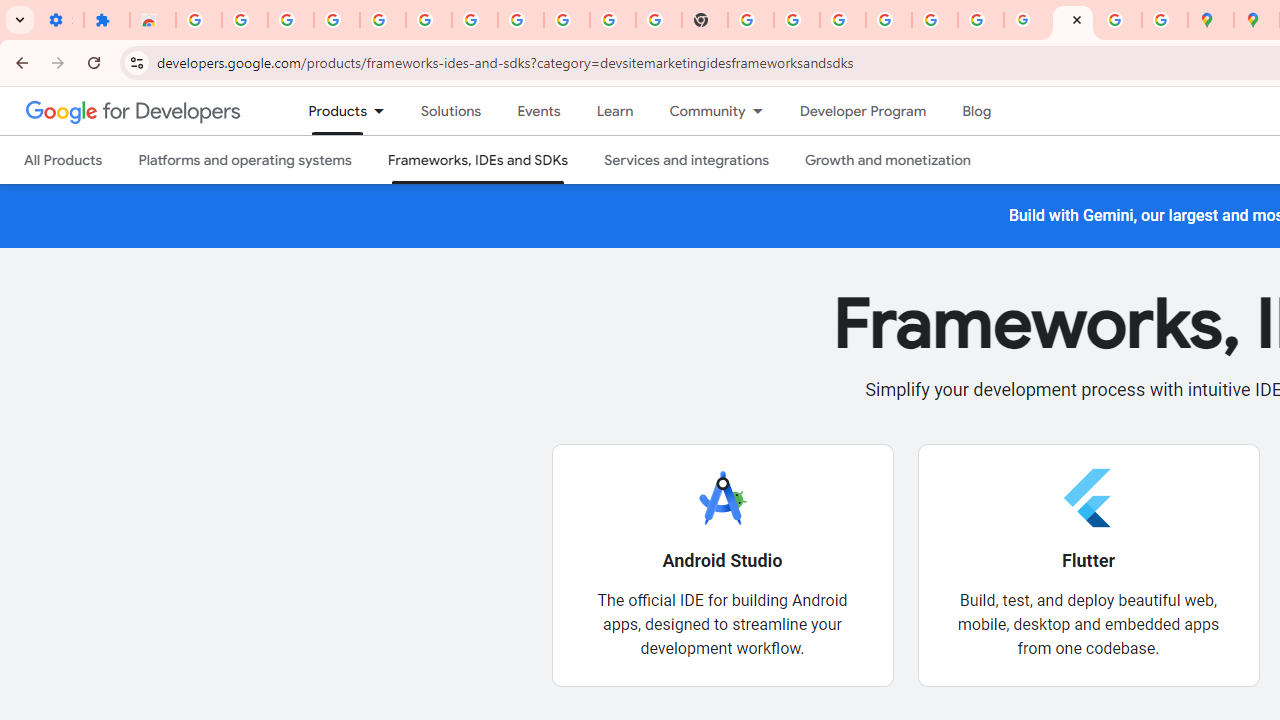  Describe the element at coordinates (1087, 496) in the screenshot. I see `'Flutter logo'` at that location.